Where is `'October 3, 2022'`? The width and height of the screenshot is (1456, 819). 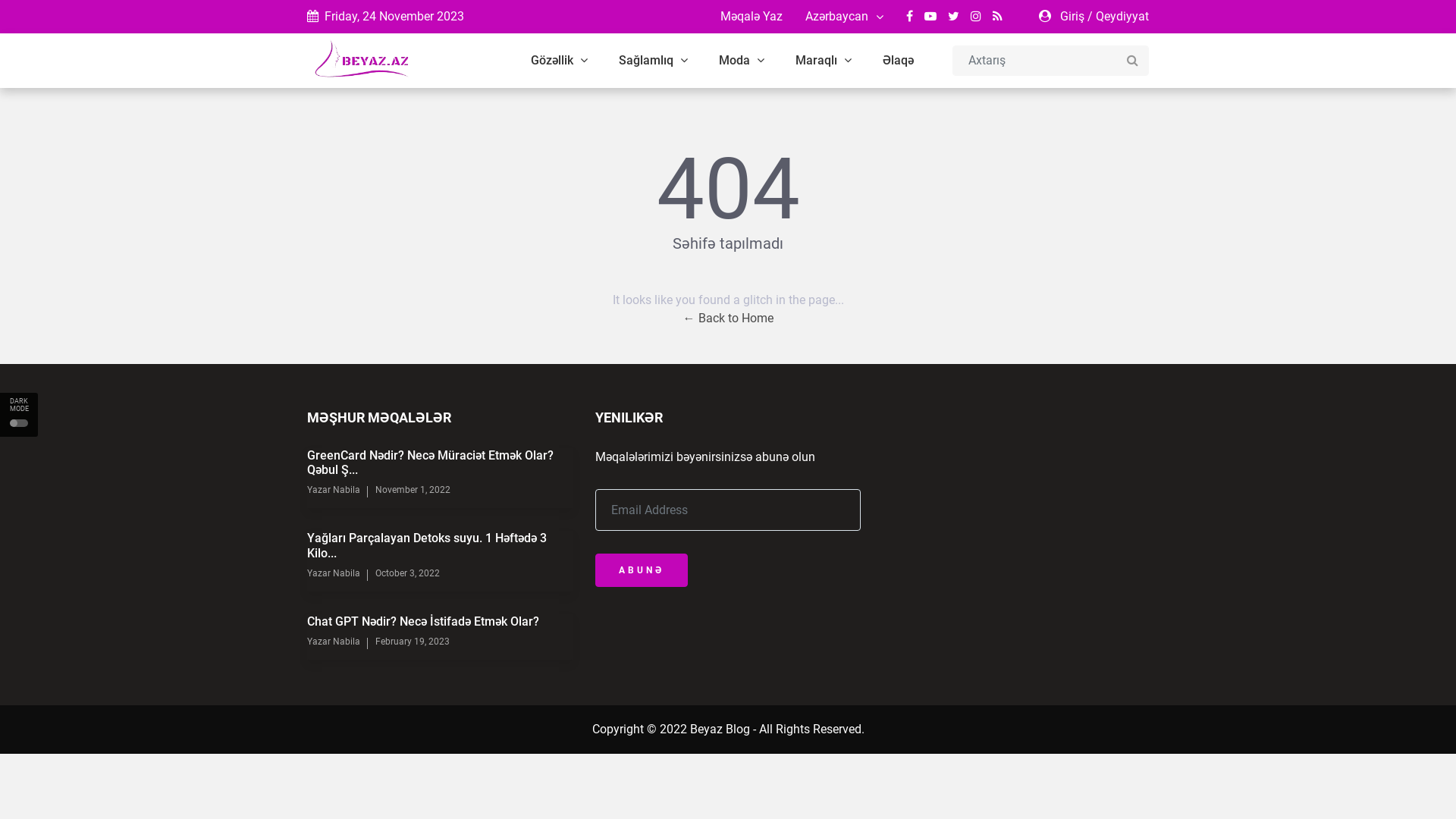 'October 3, 2022' is located at coordinates (407, 573).